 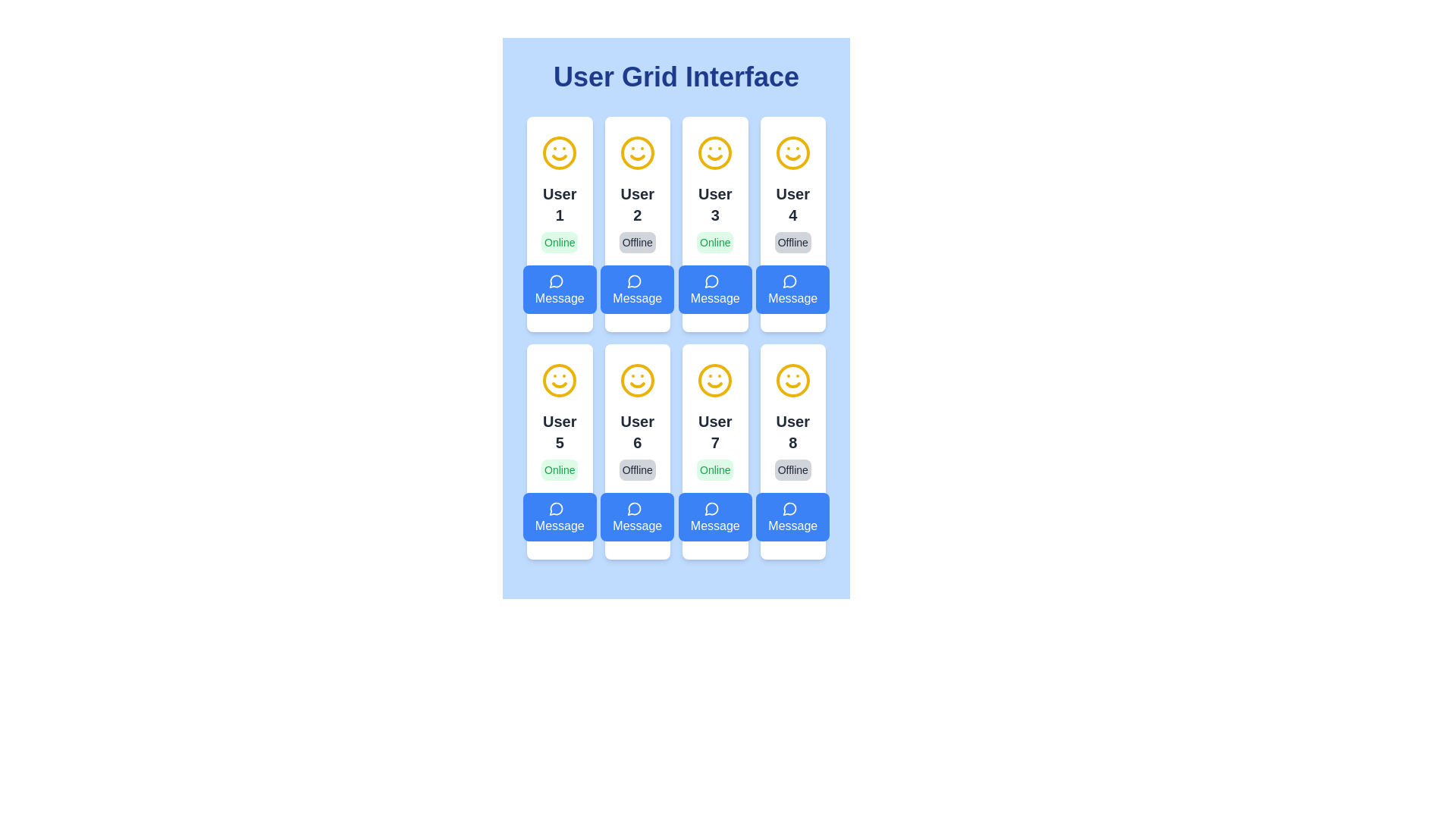 What do you see at coordinates (676, 77) in the screenshot?
I see `text displayed in the header labeled 'User Grid Interface', which is a large, bold, blue font positioned at the top center of the interface` at bounding box center [676, 77].